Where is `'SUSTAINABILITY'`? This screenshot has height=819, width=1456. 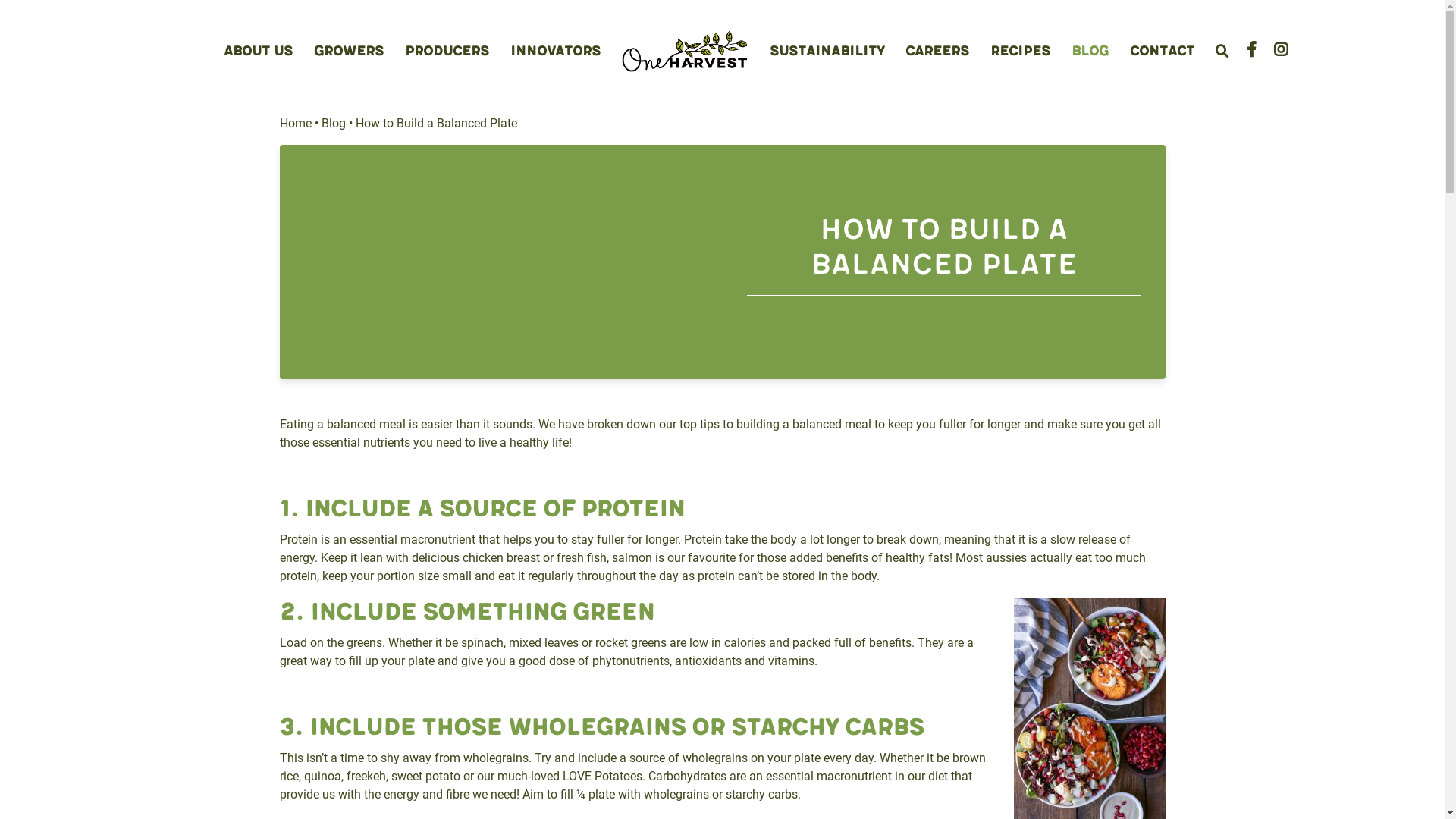
'SUSTAINABILITY' is located at coordinates (826, 50).